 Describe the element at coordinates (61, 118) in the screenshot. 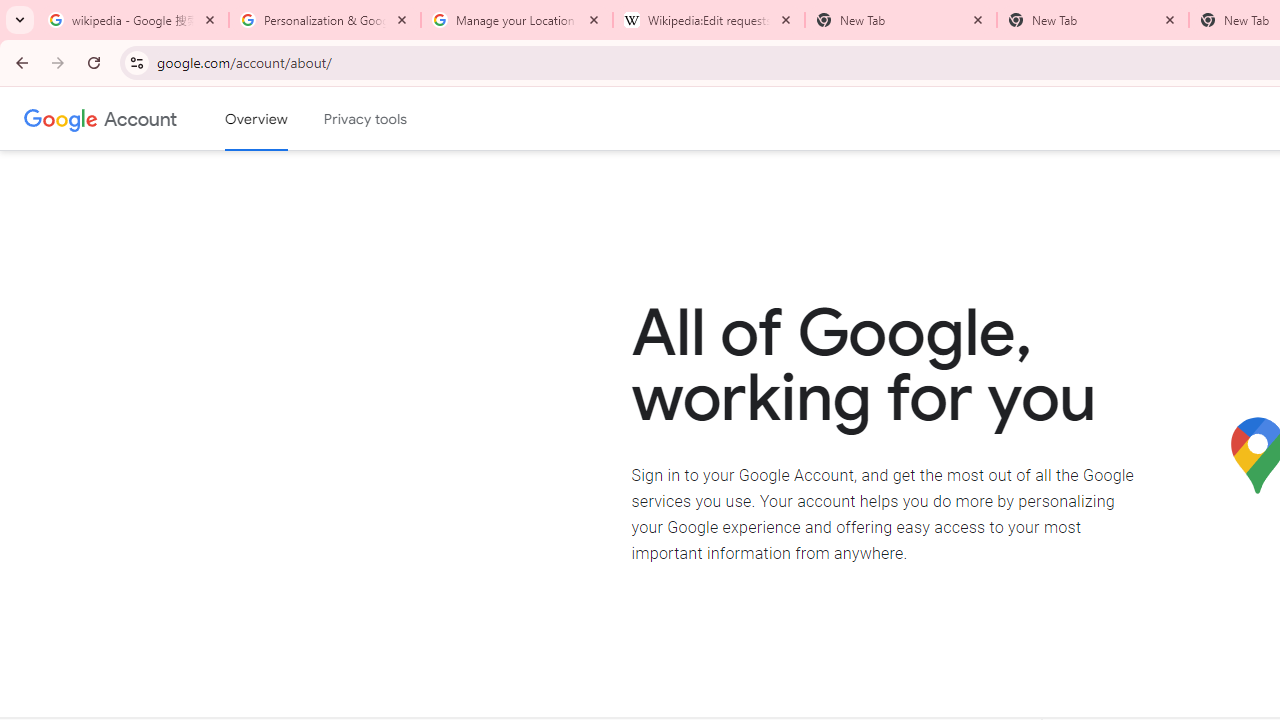

I see `'Google logo'` at that location.